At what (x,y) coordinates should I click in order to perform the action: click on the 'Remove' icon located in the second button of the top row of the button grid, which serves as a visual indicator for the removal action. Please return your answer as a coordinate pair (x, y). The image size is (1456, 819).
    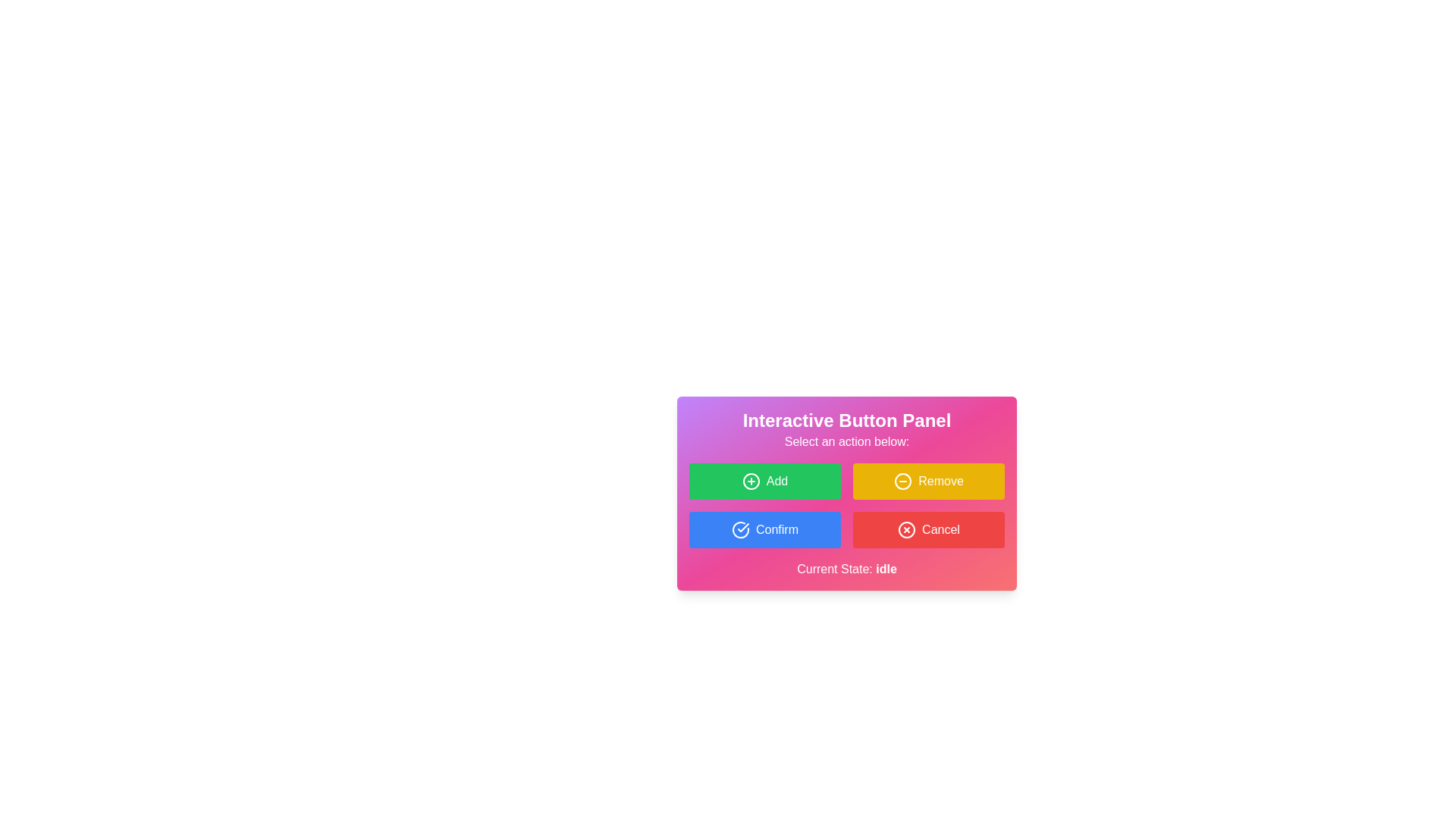
    Looking at the image, I should click on (903, 482).